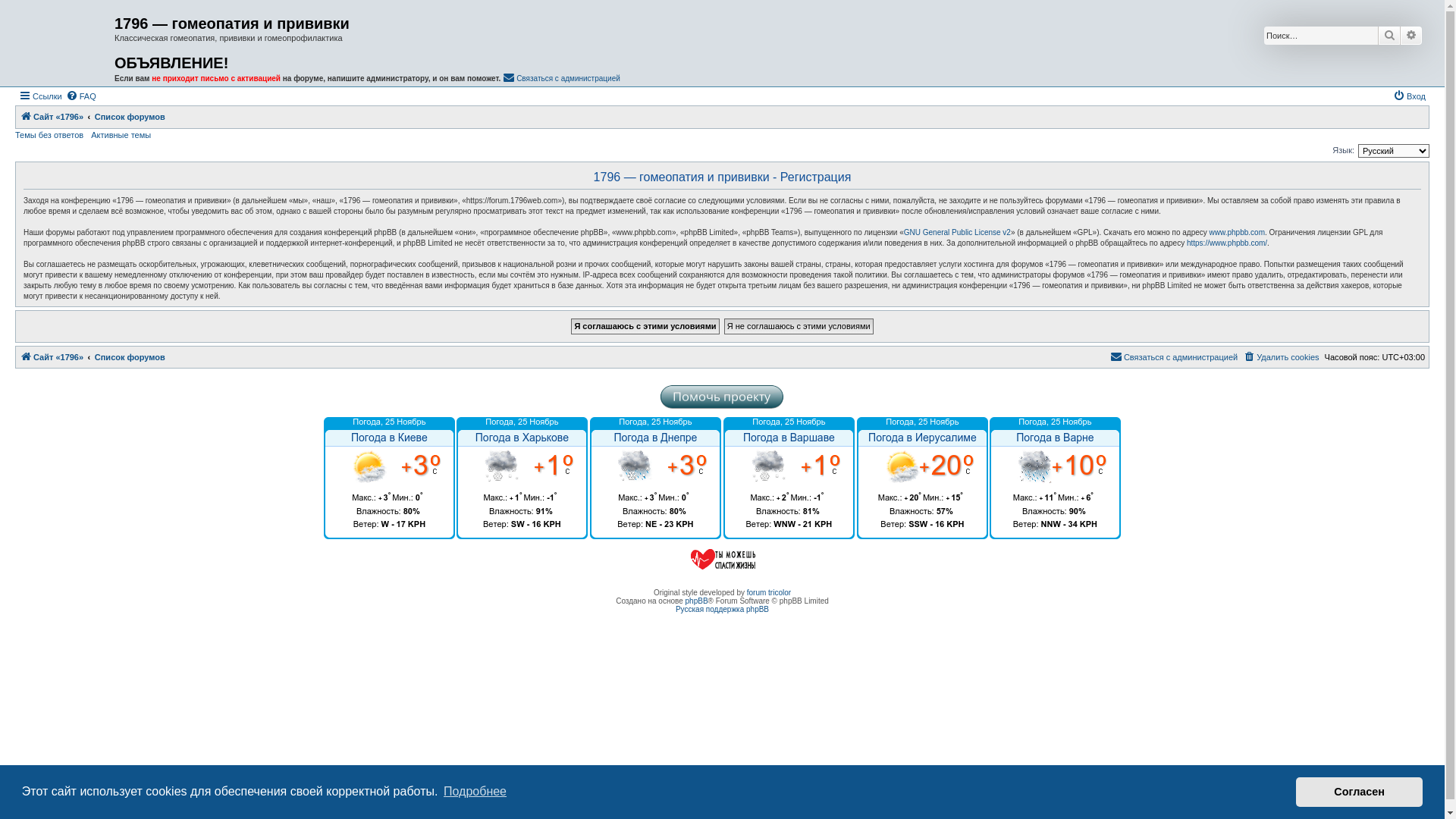 This screenshot has height=819, width=1456. Describe the element at coordinates (695, 600) in the screenshot. I see `'phpBB'` at that location.